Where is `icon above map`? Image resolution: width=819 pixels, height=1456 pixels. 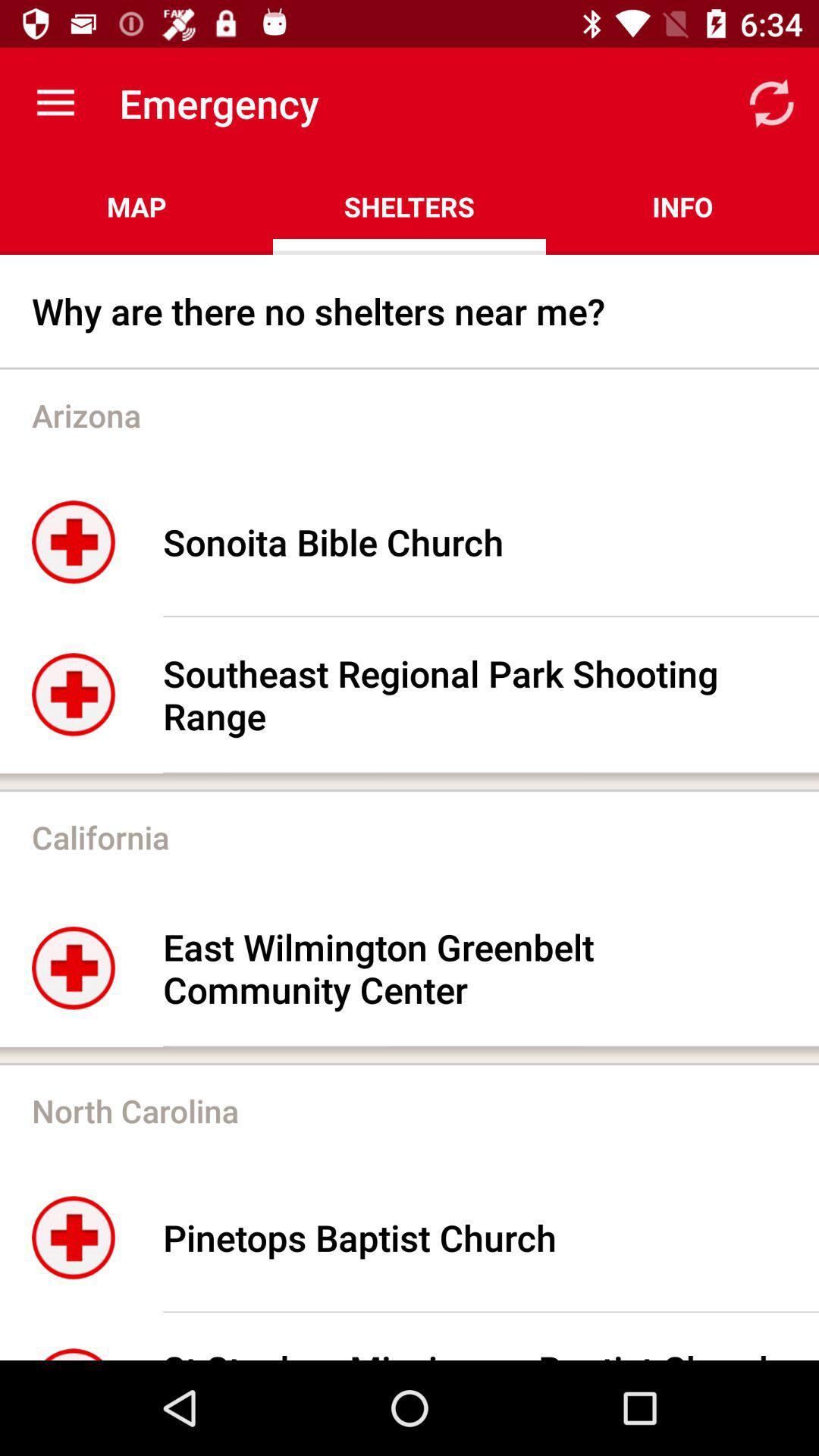
icon above map is located at coordinates (55, 102).